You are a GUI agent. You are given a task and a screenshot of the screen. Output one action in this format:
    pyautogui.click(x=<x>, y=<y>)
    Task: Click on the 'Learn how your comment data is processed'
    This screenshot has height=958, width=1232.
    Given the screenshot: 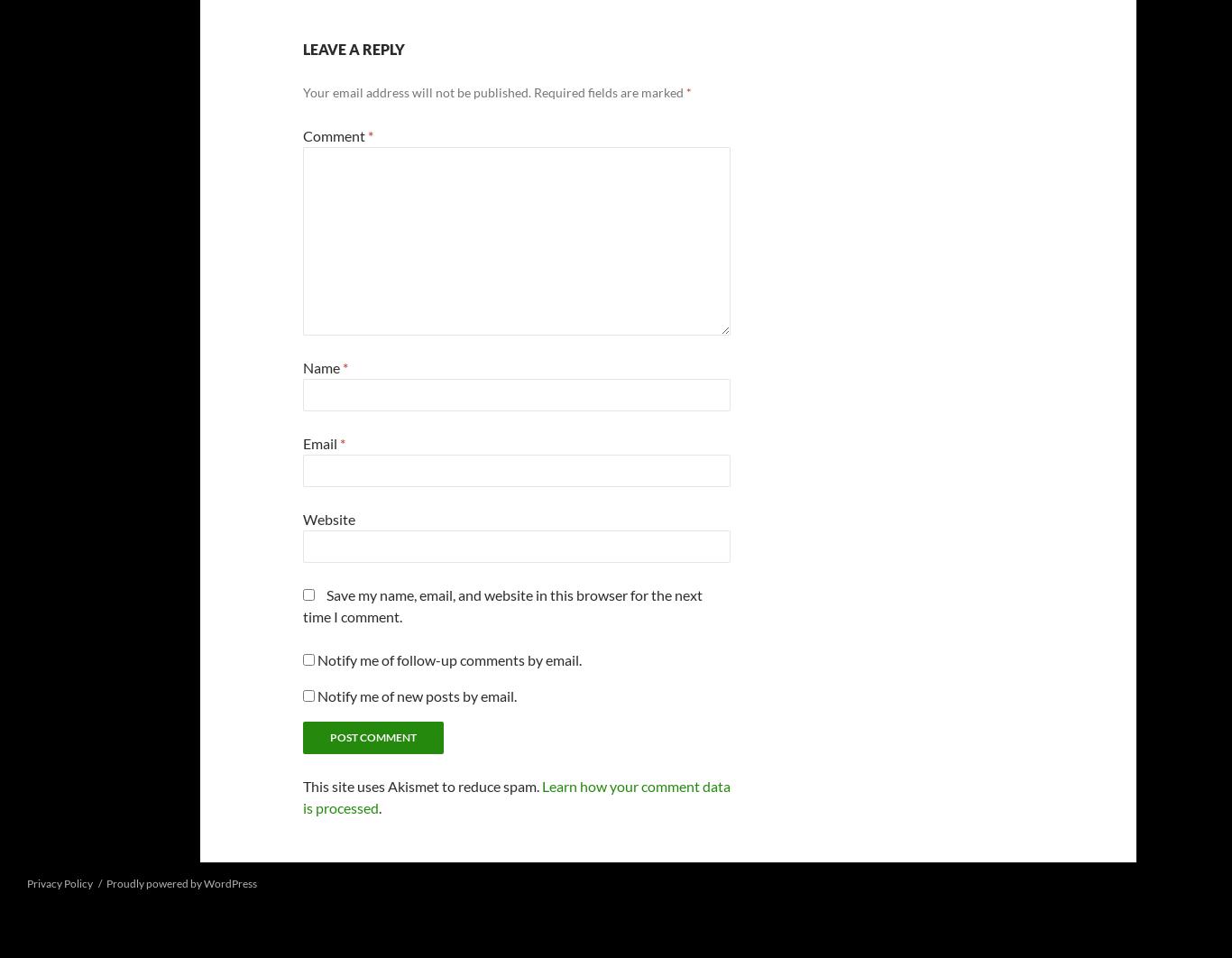 What is the action you would take?
    pyautogui.click(x=516, y=796)
    